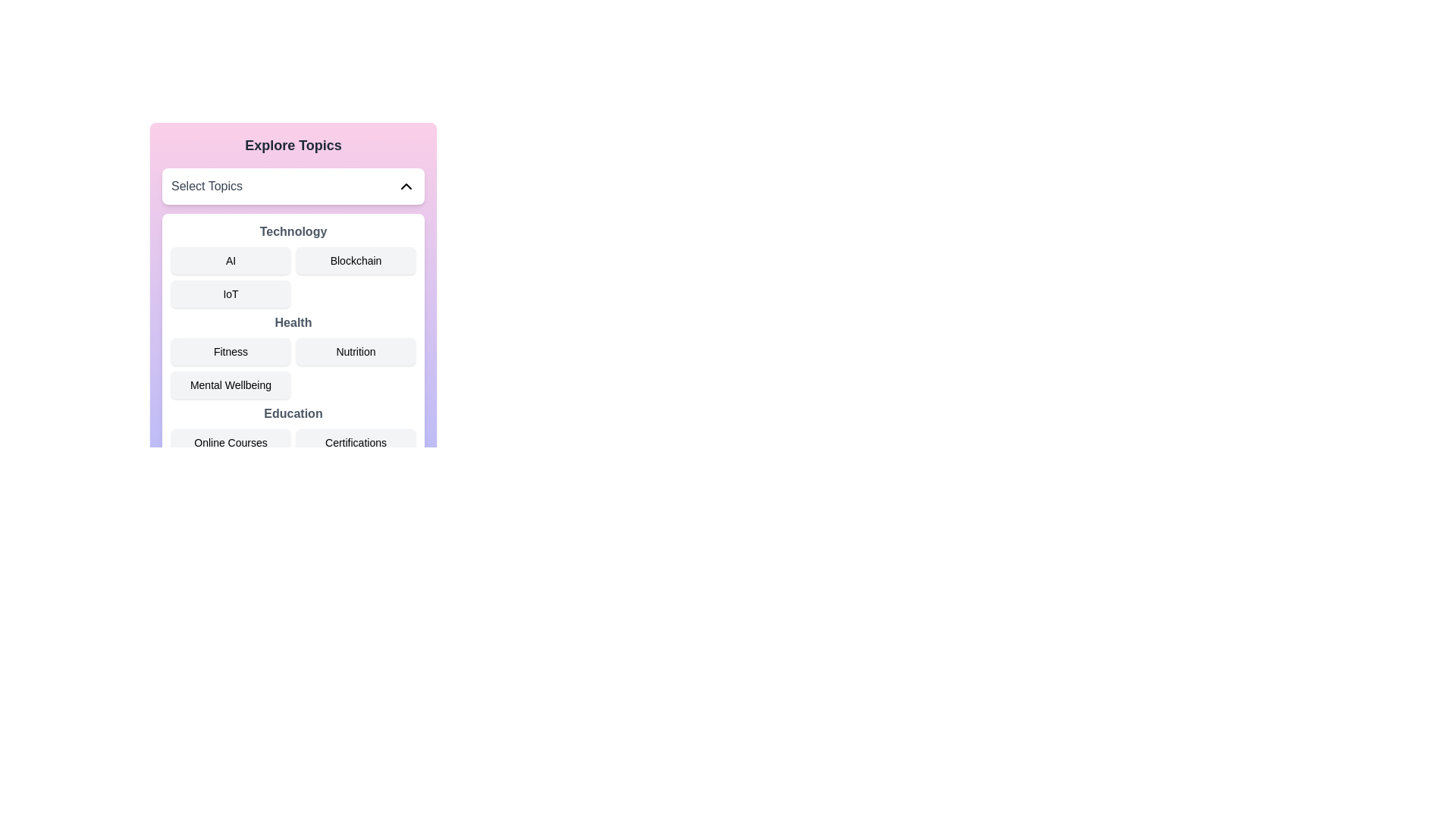  Describe the element at coordinates (230, 294) in the screenshot. I see `the selectable button labeled 'IoT' located in the 'Technology' section, positioned below the 'AI' button and to the left of the 'Blockchain' button` at that location.